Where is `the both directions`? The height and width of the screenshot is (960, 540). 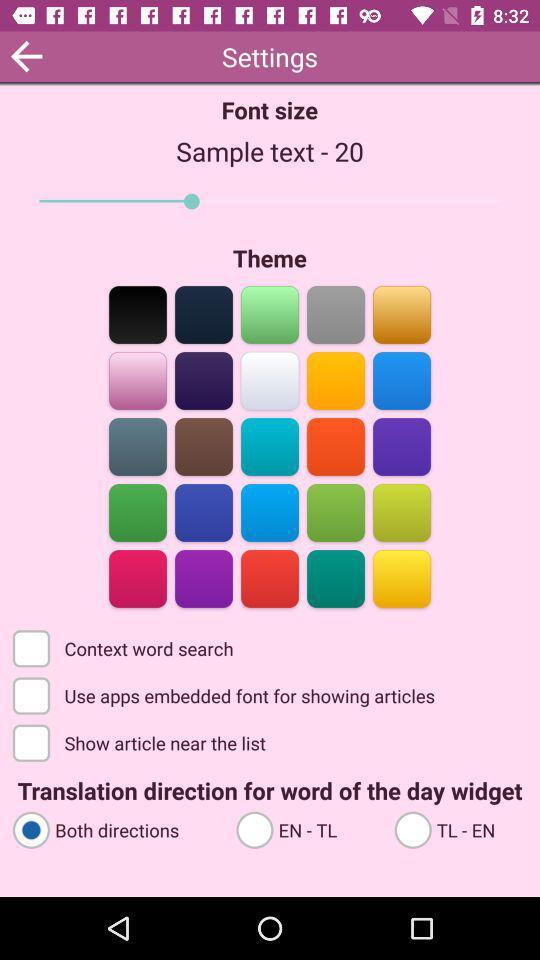 the both directions is located at coordinates (115, 829).